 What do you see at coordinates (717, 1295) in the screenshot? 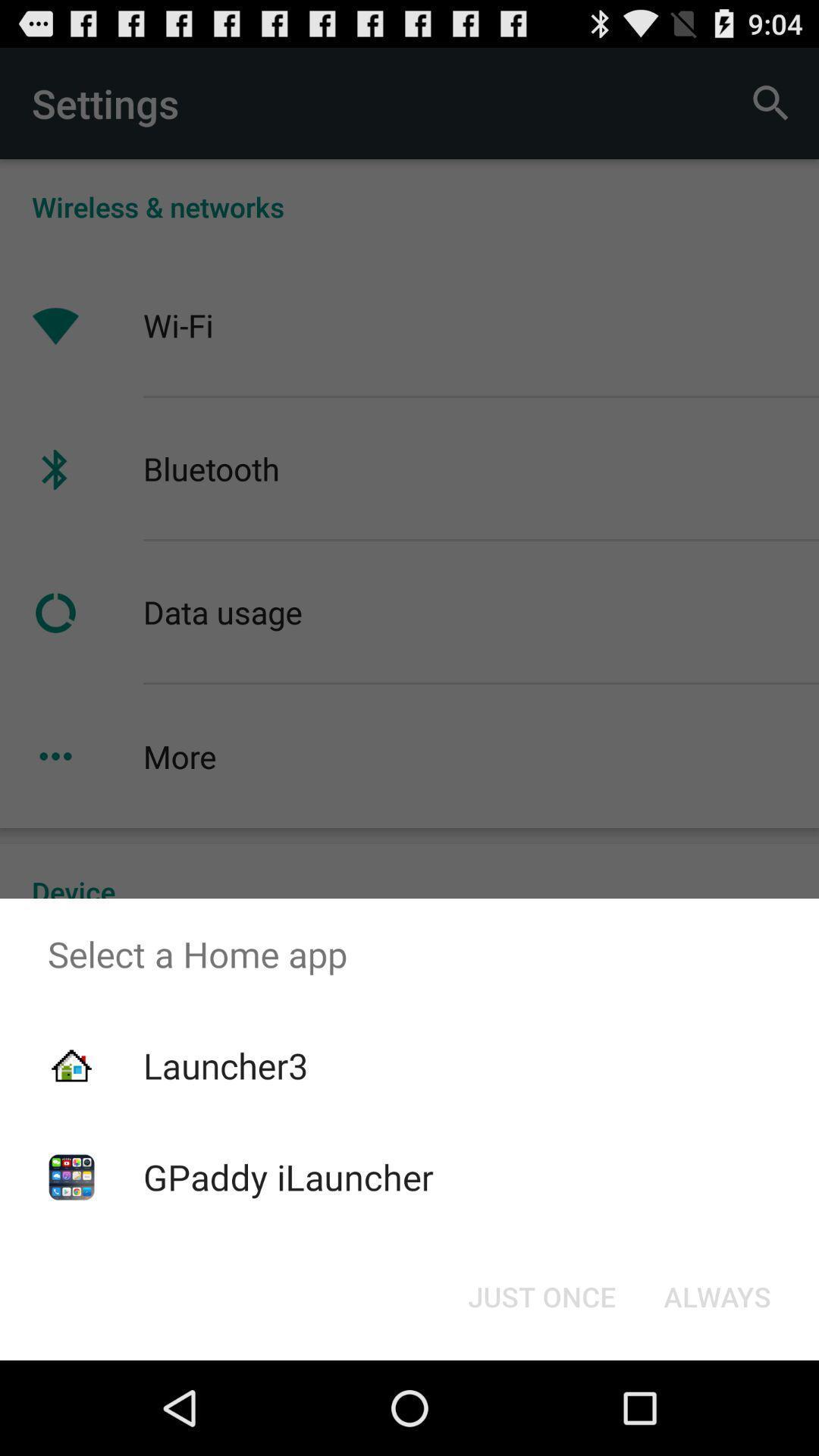
I see `the always item` at bounding box center [717, 1295].